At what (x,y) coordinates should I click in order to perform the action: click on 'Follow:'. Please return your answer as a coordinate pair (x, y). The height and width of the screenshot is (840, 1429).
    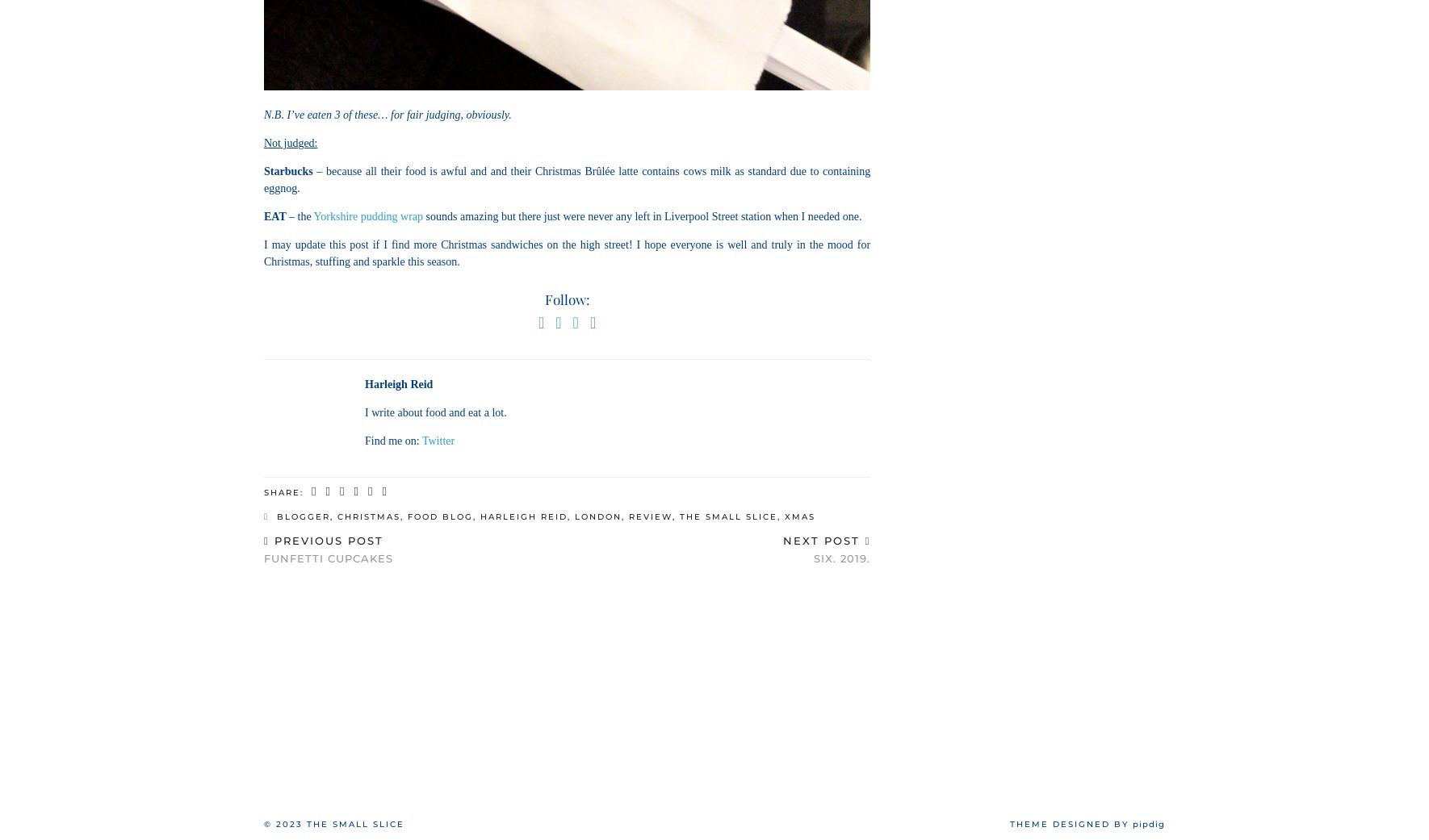
    Looking at the image, I should click on (565, 298).